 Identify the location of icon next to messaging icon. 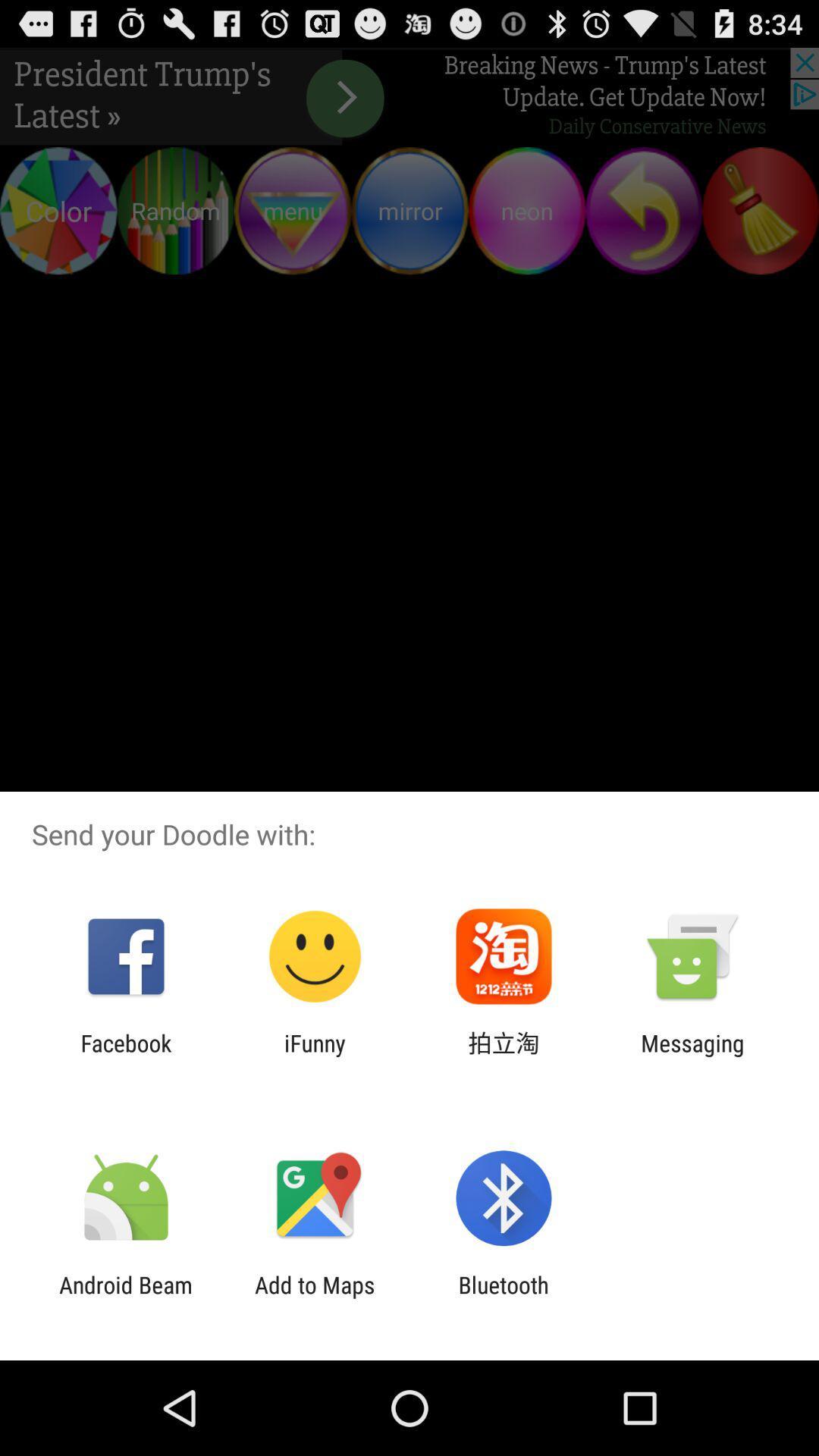
(504, 1056).